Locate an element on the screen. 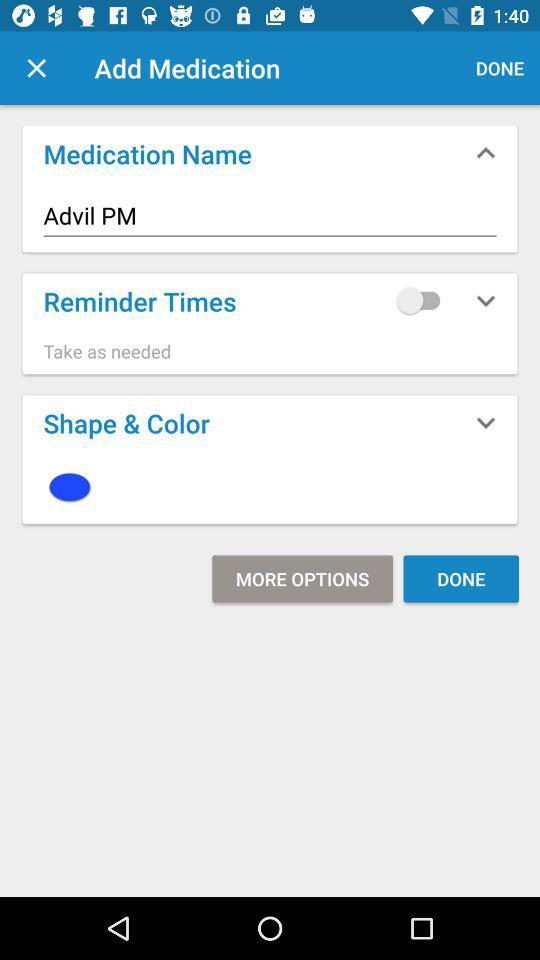 The height and width of the screenshot is (960, 540). the tab is located at coordinates (36, 68).